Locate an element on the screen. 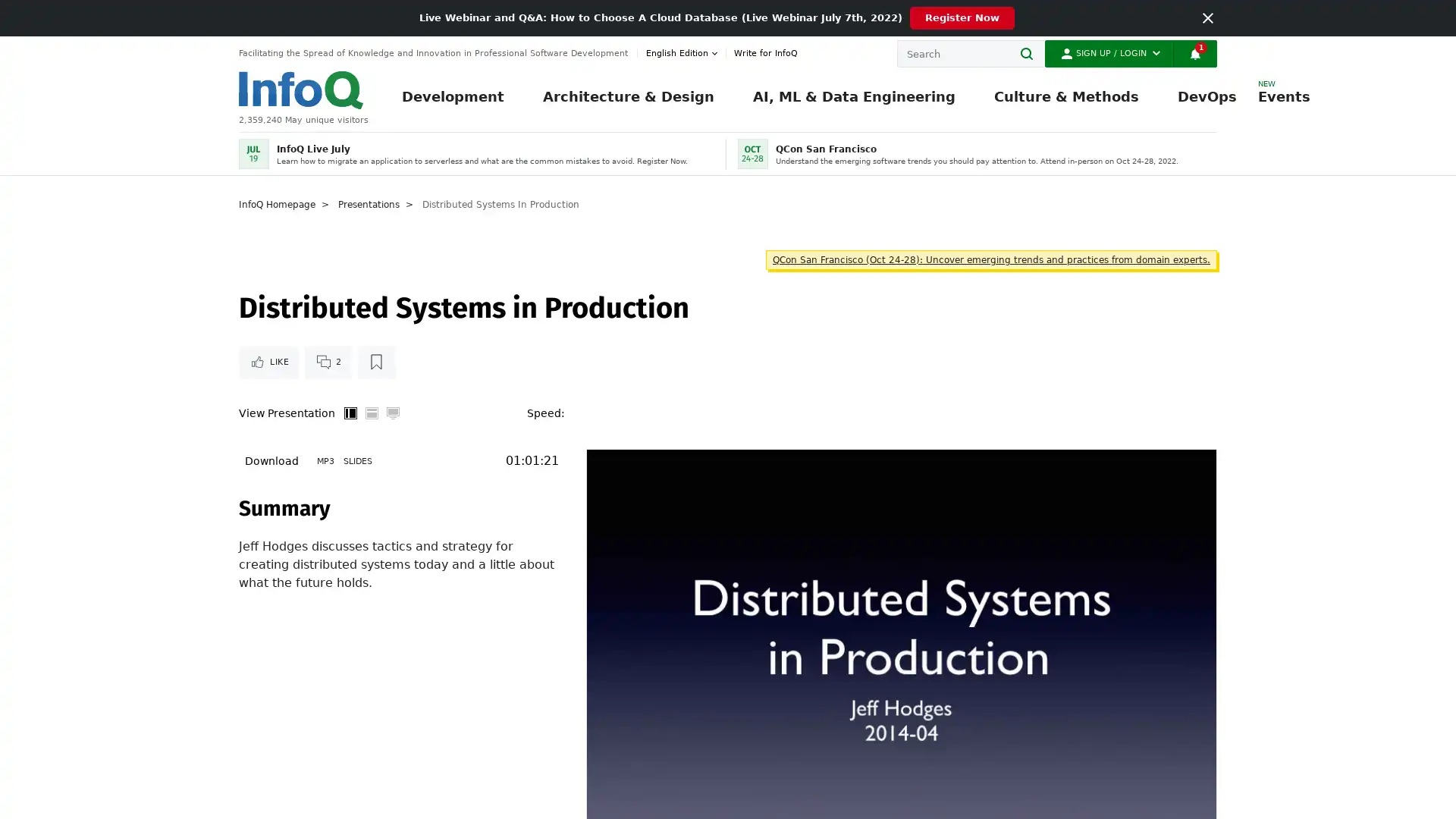 This screenshot has width=1456, height=819. Like is located at coordinates (268, 369).